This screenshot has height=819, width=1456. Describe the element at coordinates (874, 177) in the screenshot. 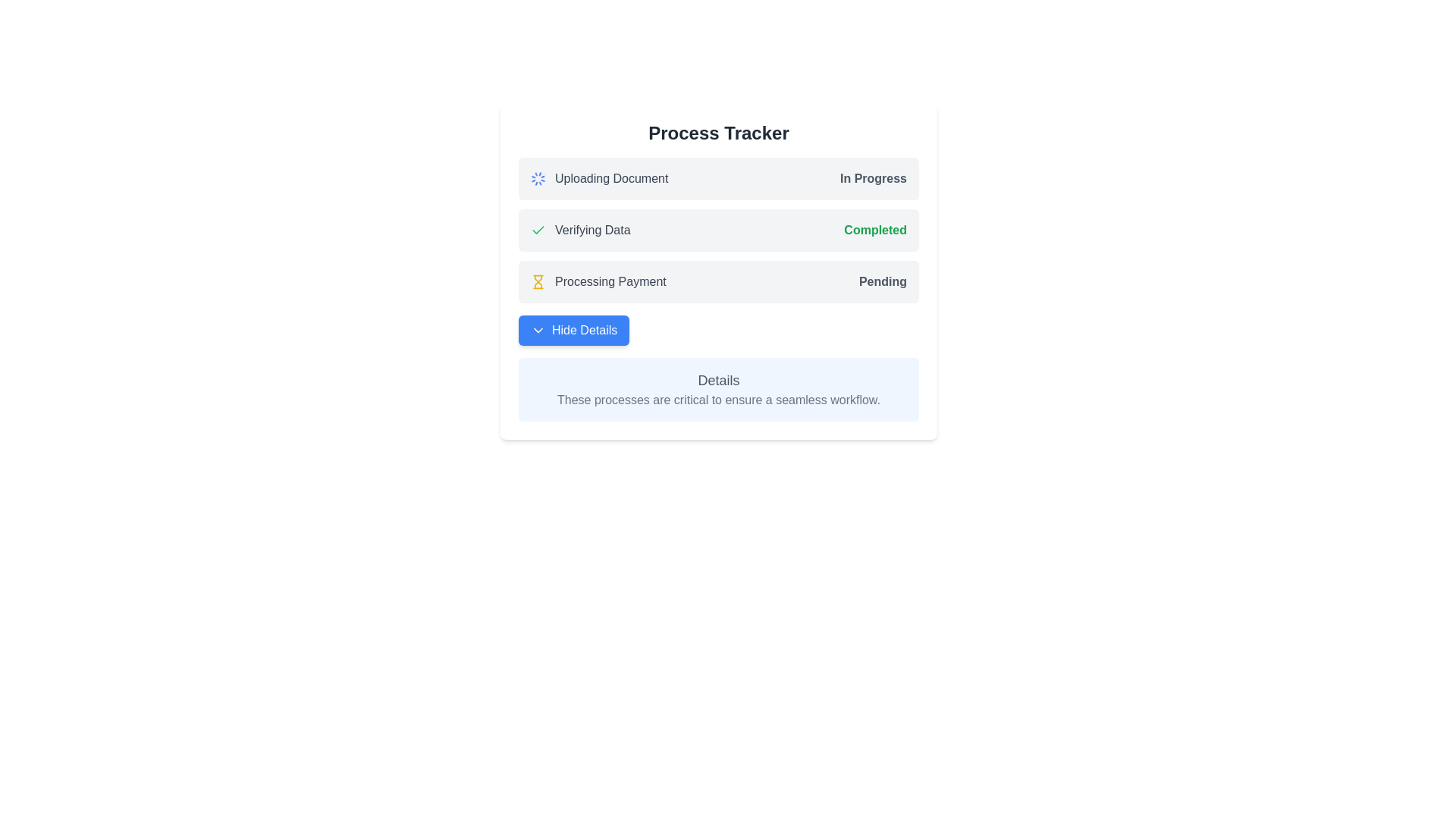

I see `the status indicator text labeled 'In Progress' on the right end of the 'Uploading Document' process tracker panel` at that location.